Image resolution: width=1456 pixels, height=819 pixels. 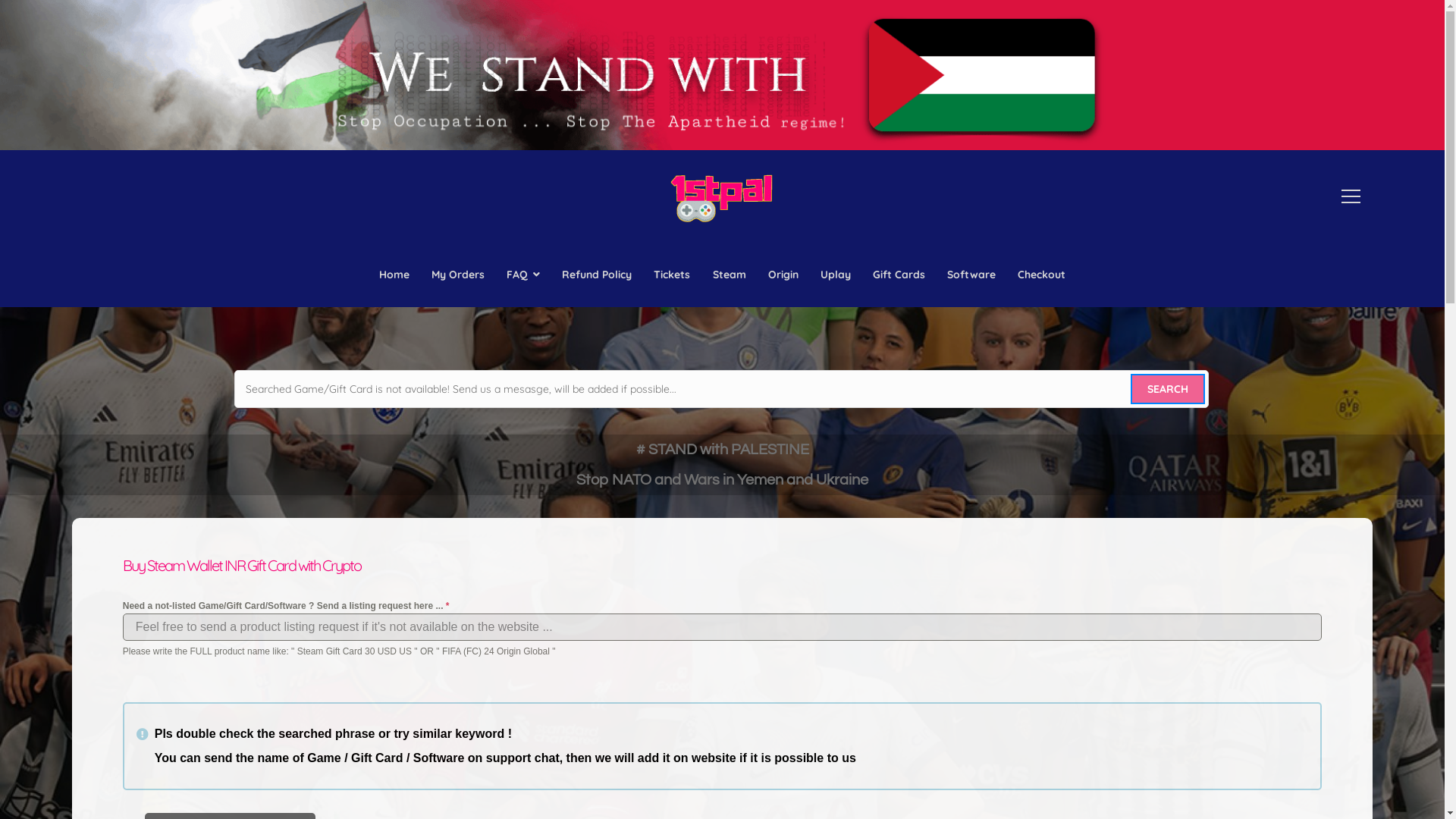 What do you see at coordinates (899, 275) in the screenshot?
I see `'Gift Cards'` at bounding box center [899, 275].